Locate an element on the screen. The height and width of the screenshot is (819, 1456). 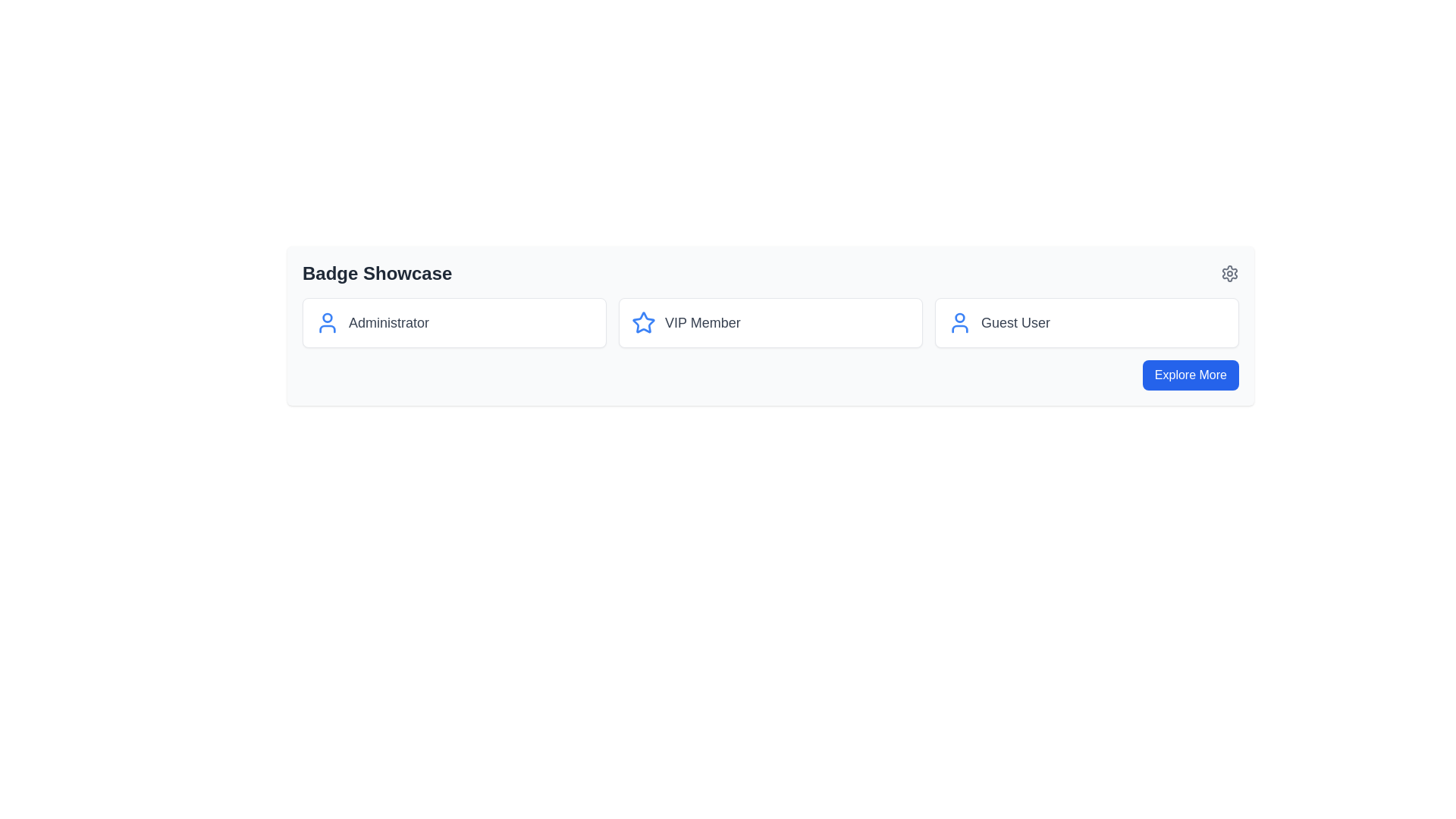
the 'VIP Member' badge, which is the second item in a horizontal grid of three badges, positioned centrally between the 'Administrator' badge and the 'Guest User' badge is located at coordinates (770, 322).